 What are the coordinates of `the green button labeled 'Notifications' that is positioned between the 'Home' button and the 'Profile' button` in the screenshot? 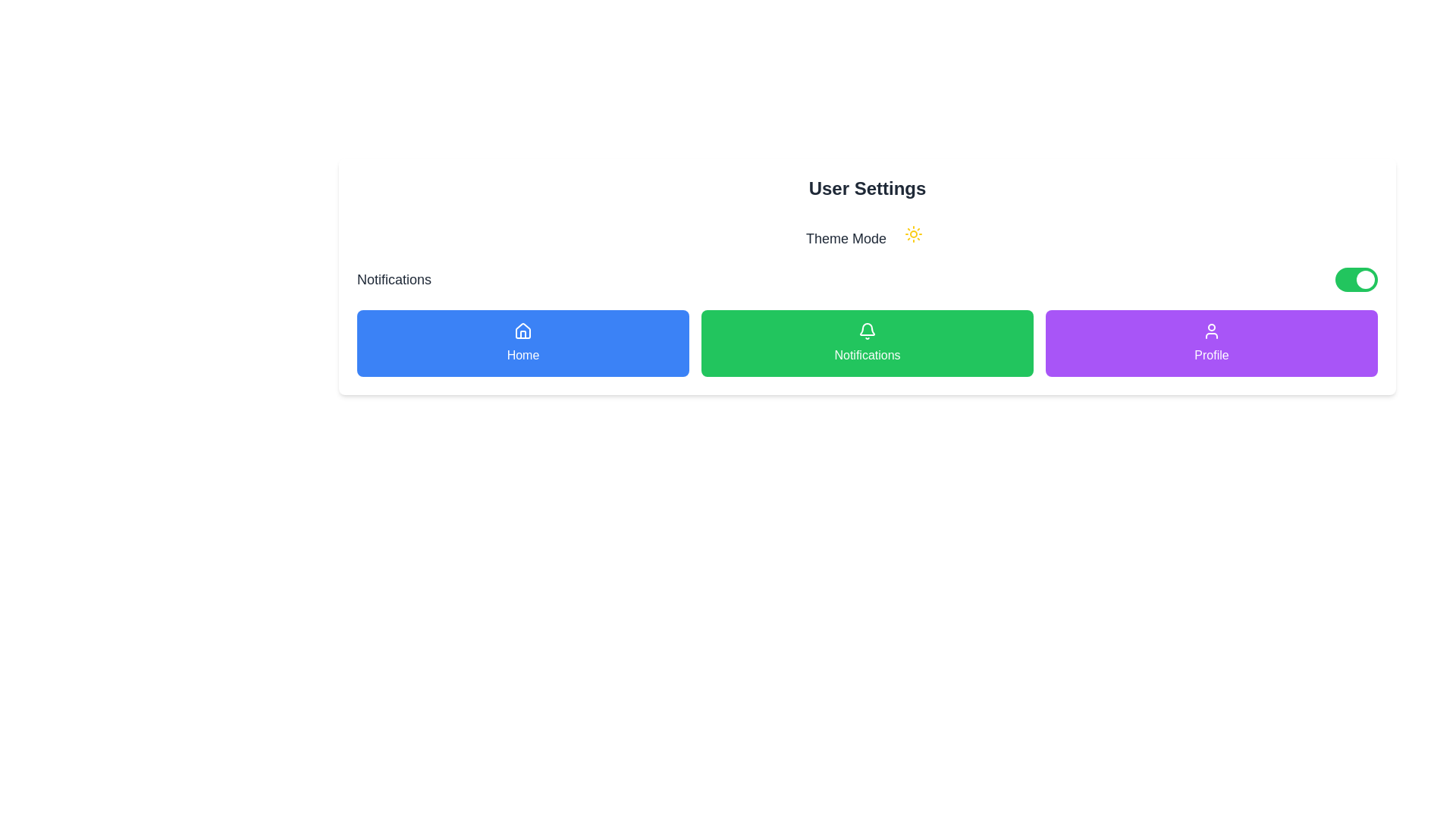 It's located at (867, 343).